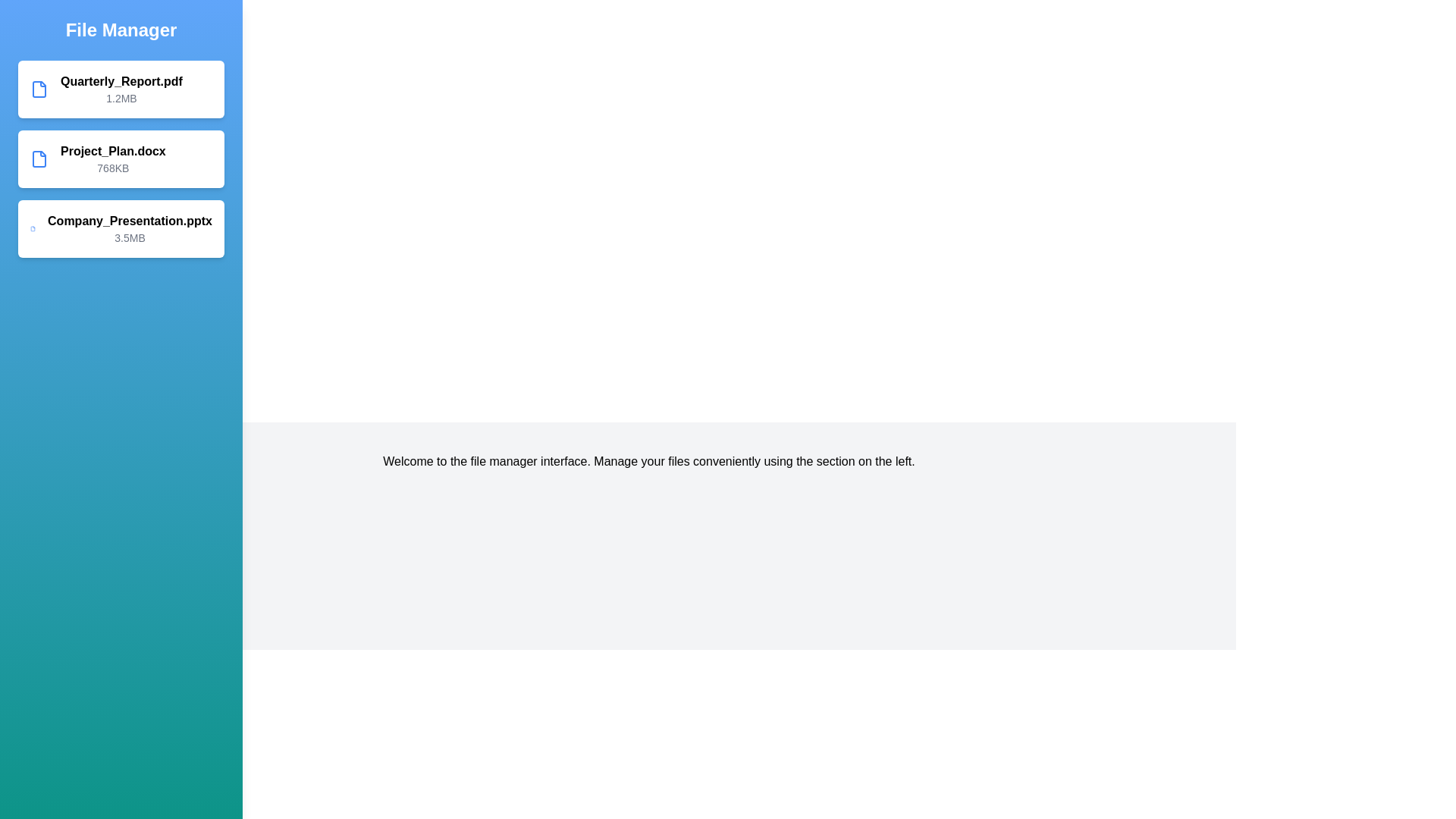 The width and height of the screenshot is (1456, 819). What do you see at coordinates (120, 158) in the screenshot?
I see `the file item Project_Plan.docx to view its details` at bounding box center [120, 158].